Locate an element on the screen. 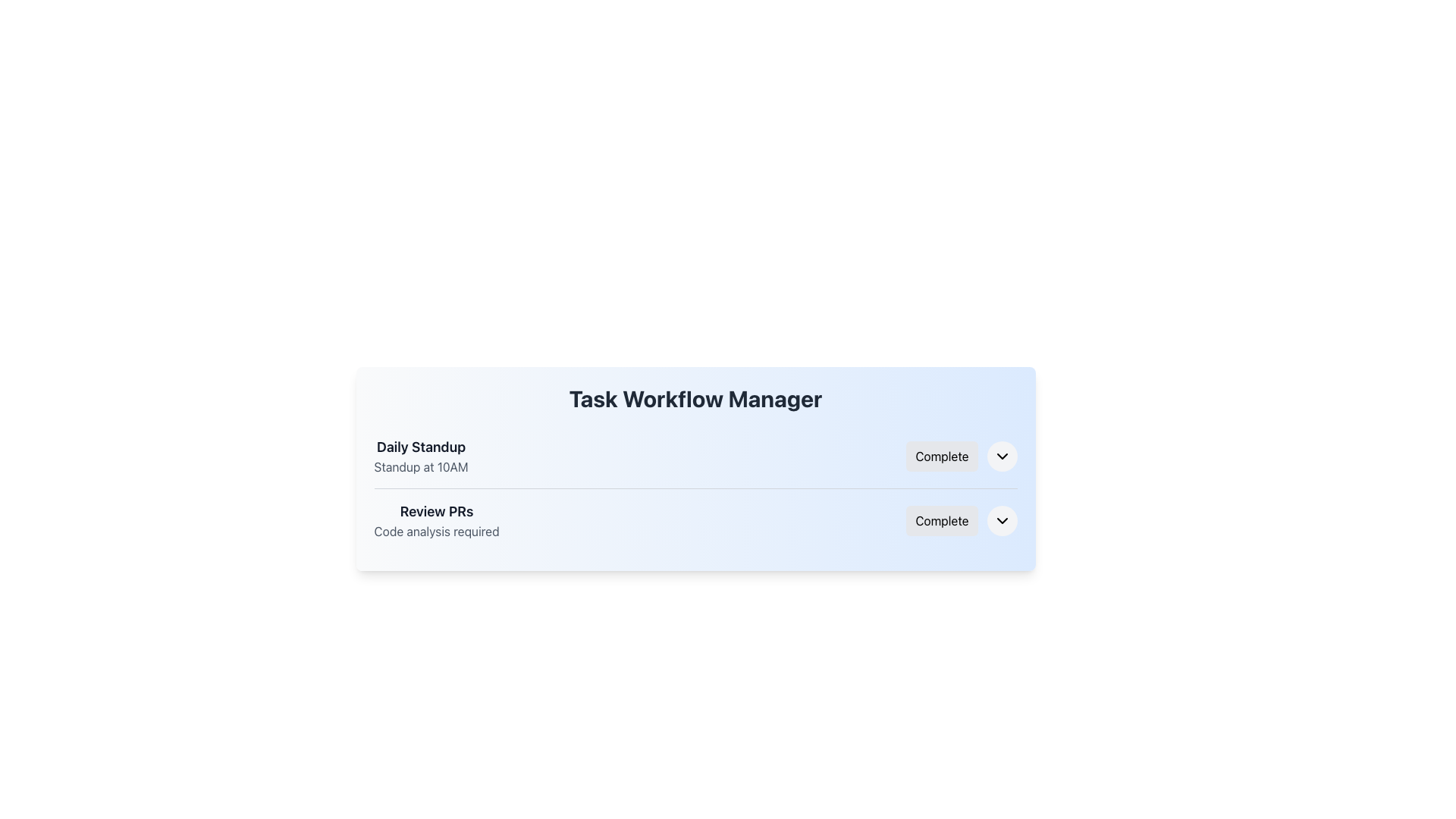  the Dropdown indicator button (chevron icon) located at the far right of the second row ('Review PRs') in the Task Workflow Manager is located at coordinates (1002, 519).